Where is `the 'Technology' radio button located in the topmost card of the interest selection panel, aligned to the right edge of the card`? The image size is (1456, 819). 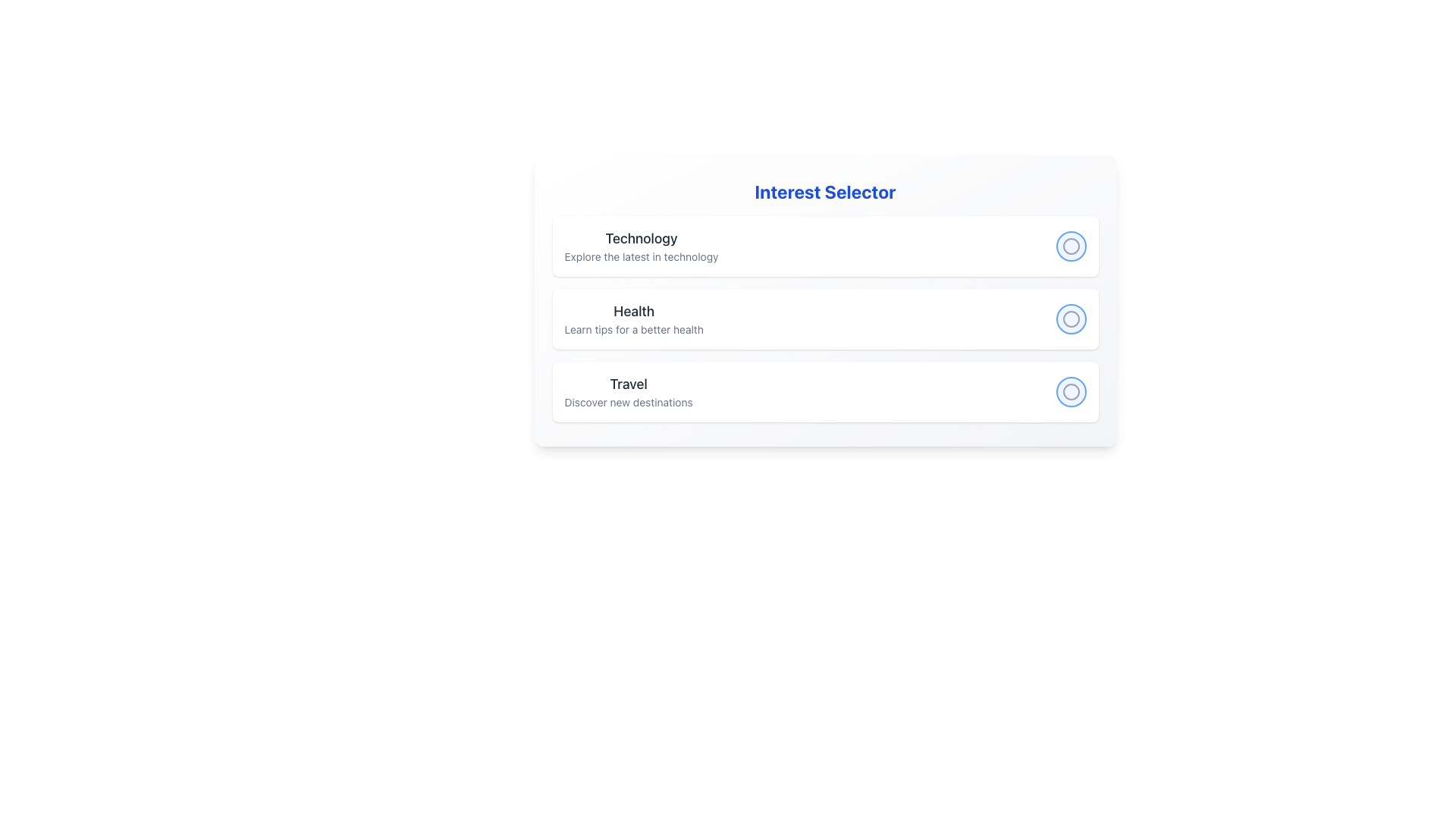 the 'Technology' radio button located in the topmost card of the interest selection panel, aligned to the right edge of the card is located at coordinates (1070, 245).